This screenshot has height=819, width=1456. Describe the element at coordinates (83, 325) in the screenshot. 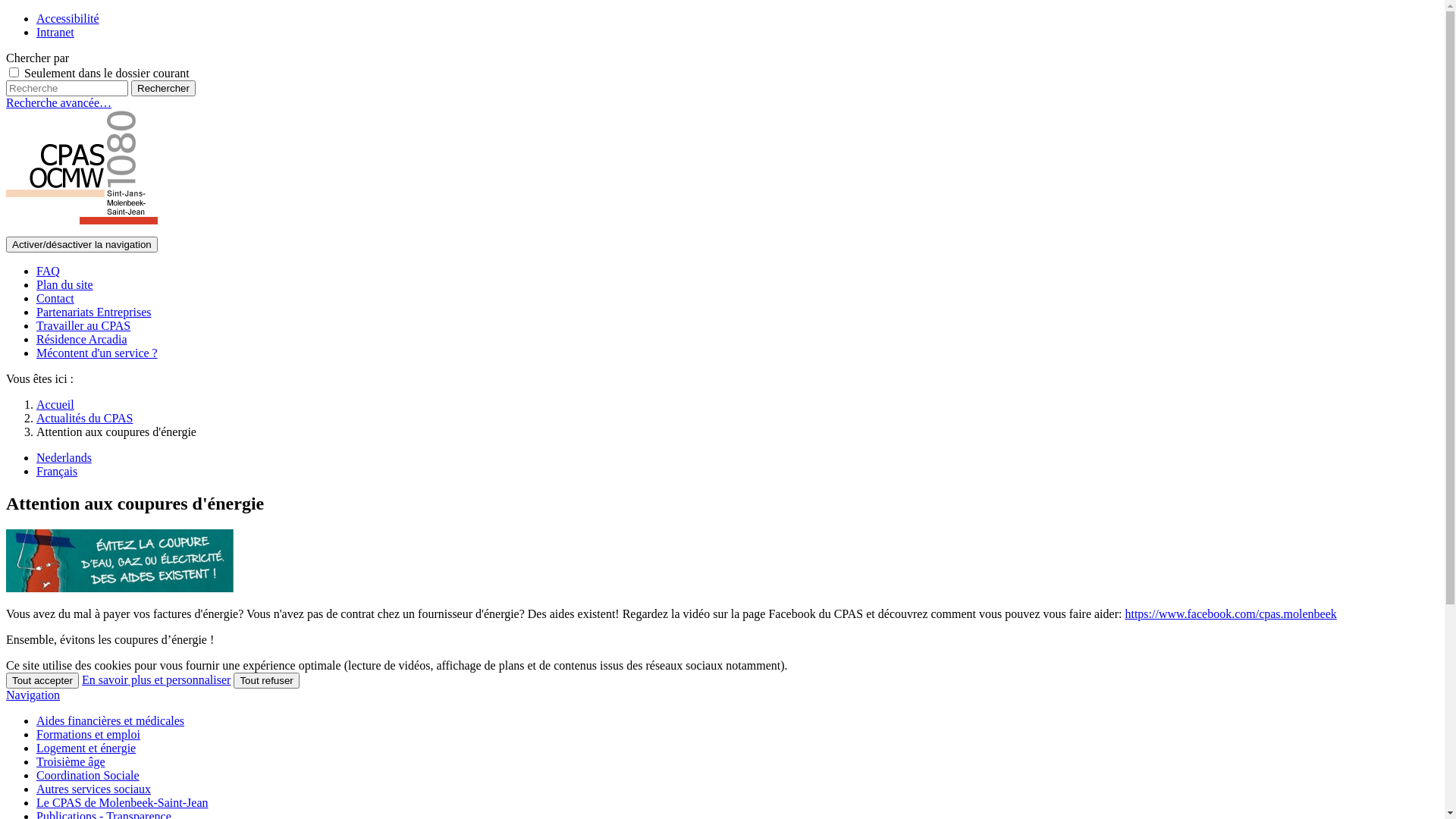

I see `'Travailler au CPAS'` at that location.